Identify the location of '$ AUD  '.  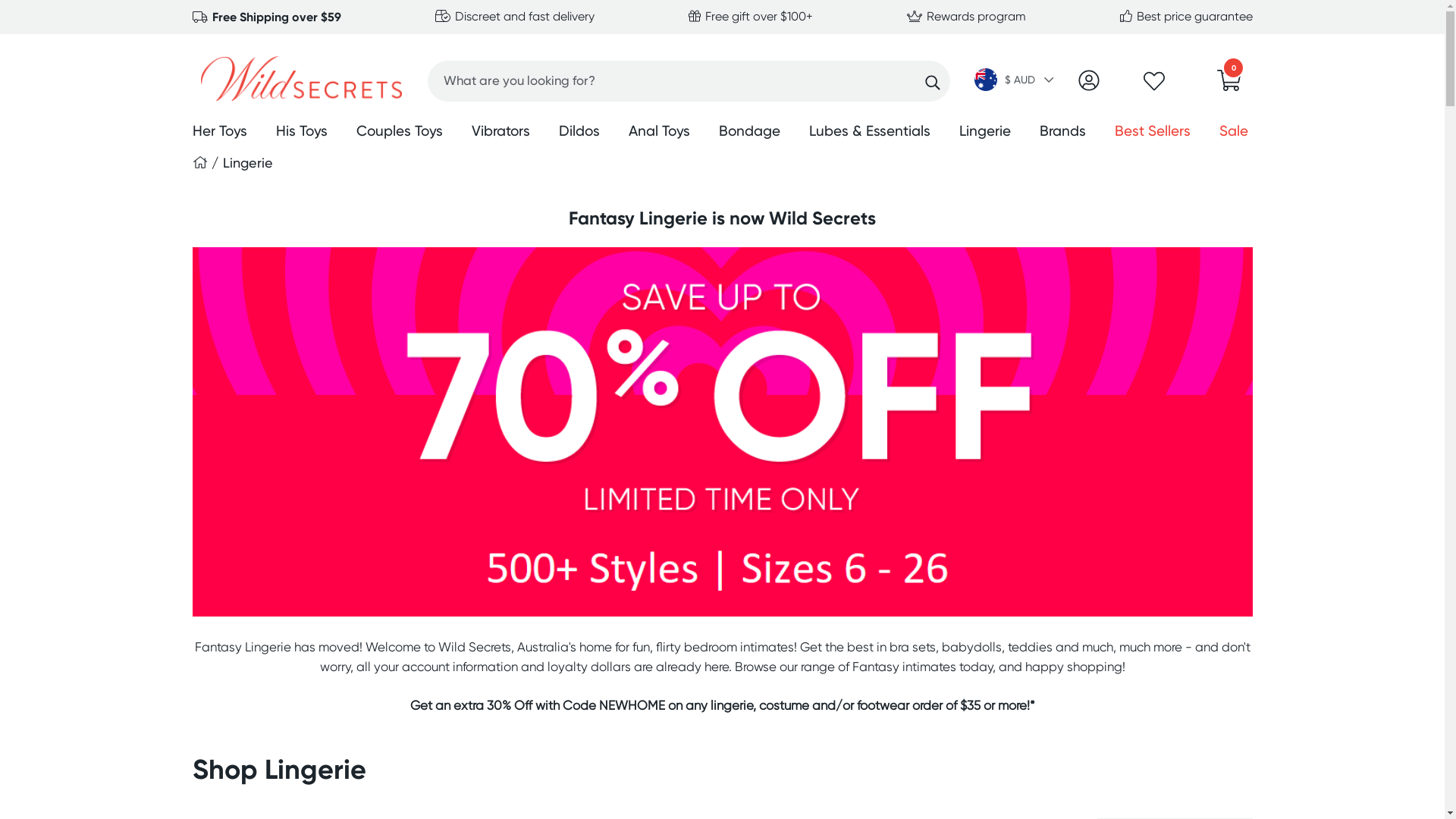
(1014, 81).